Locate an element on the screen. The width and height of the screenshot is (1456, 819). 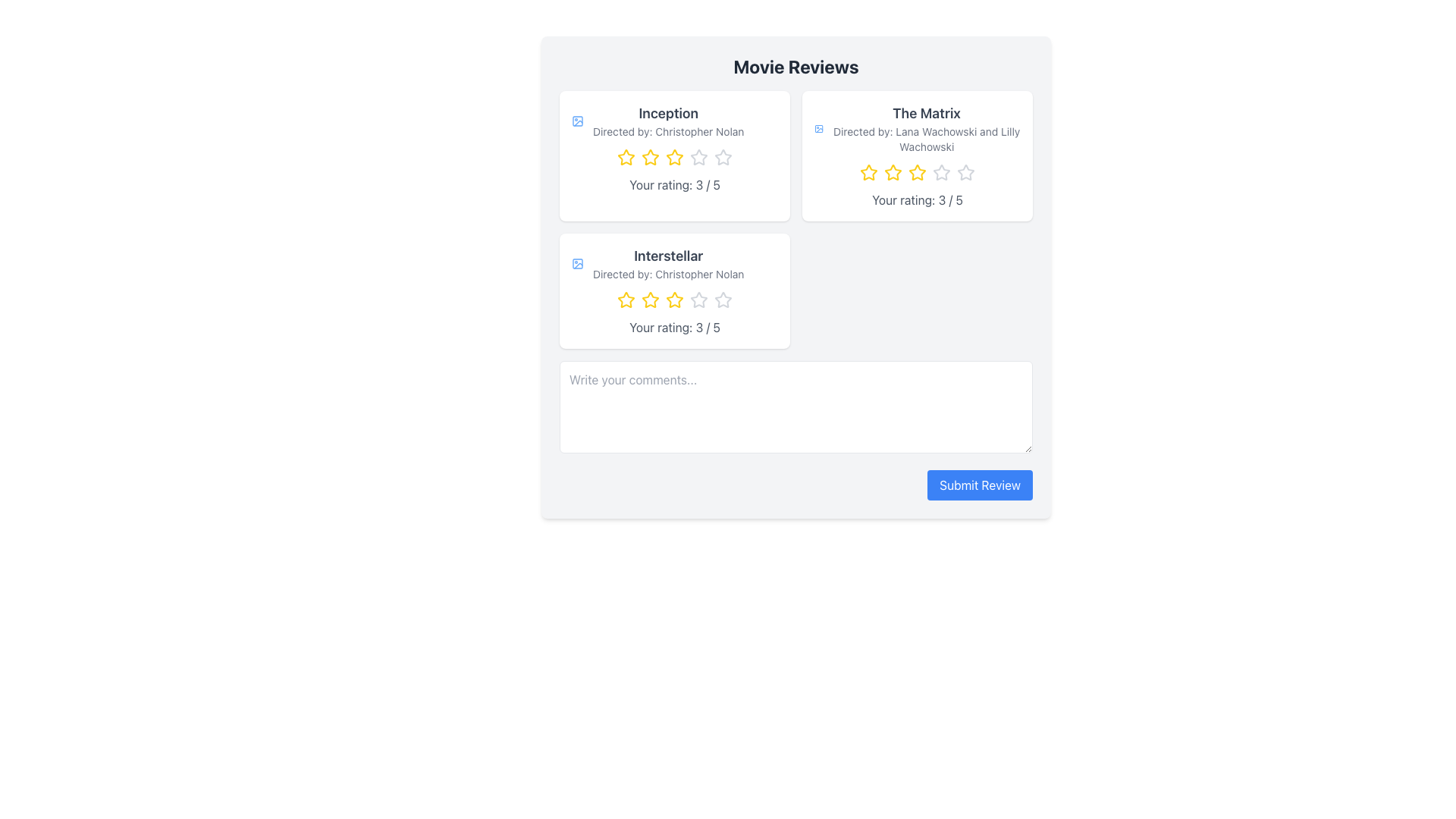
the static text label displaying the movie title 'Inception', located at the top of the card in the first row and first column of the movie reviews grid is located at coordinates (667, 113).